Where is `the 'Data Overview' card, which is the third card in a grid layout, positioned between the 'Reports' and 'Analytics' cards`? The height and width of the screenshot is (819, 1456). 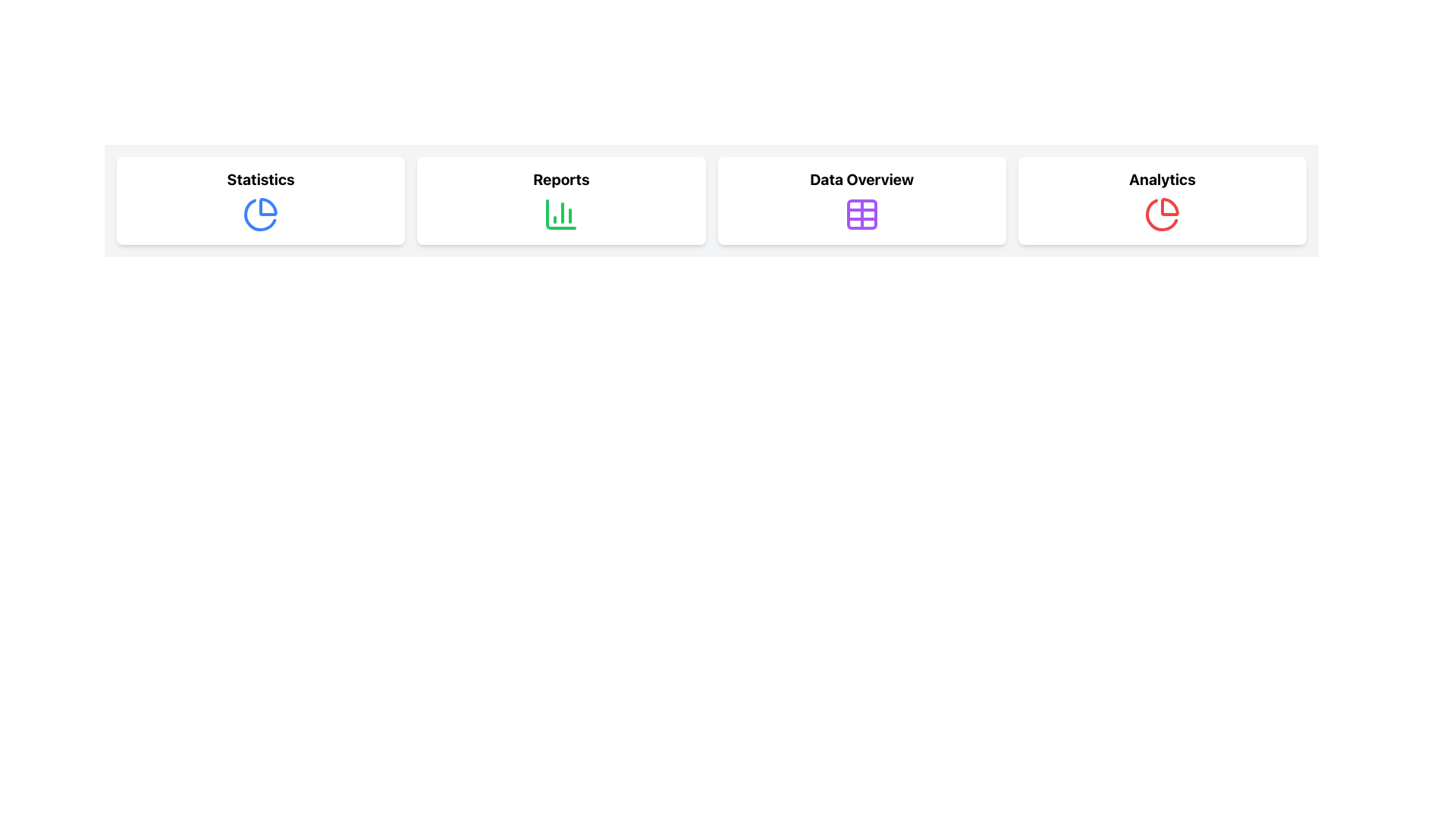
the 'Data Overview' card, which is the third card in a grid layout, positioned between the 'Reports' and 'Analytics' cards is located at coordinates (861, 200).